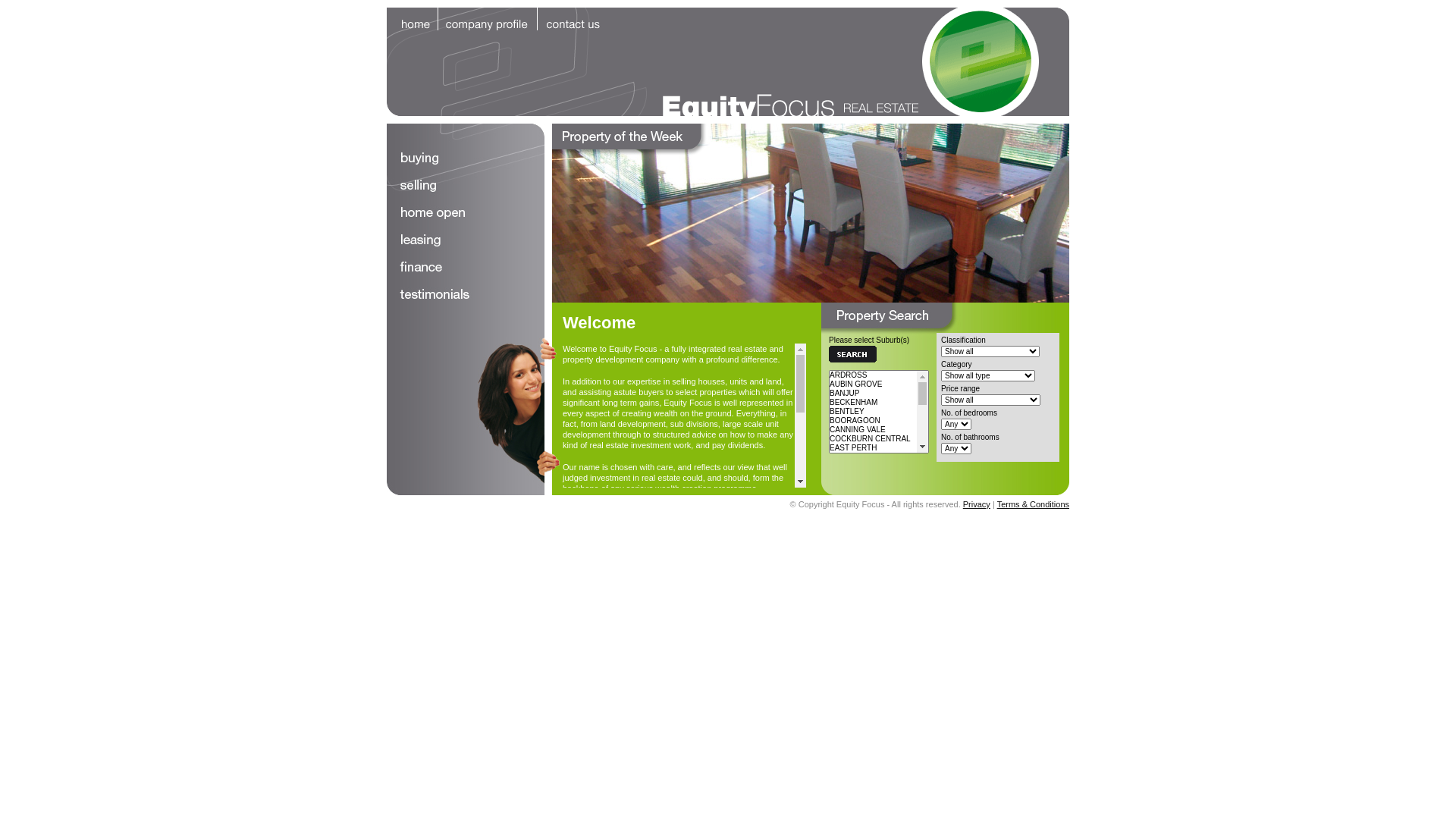  Describe the element at coordinates (386, 185) in the screenshot. I see `'selling'` at that location.